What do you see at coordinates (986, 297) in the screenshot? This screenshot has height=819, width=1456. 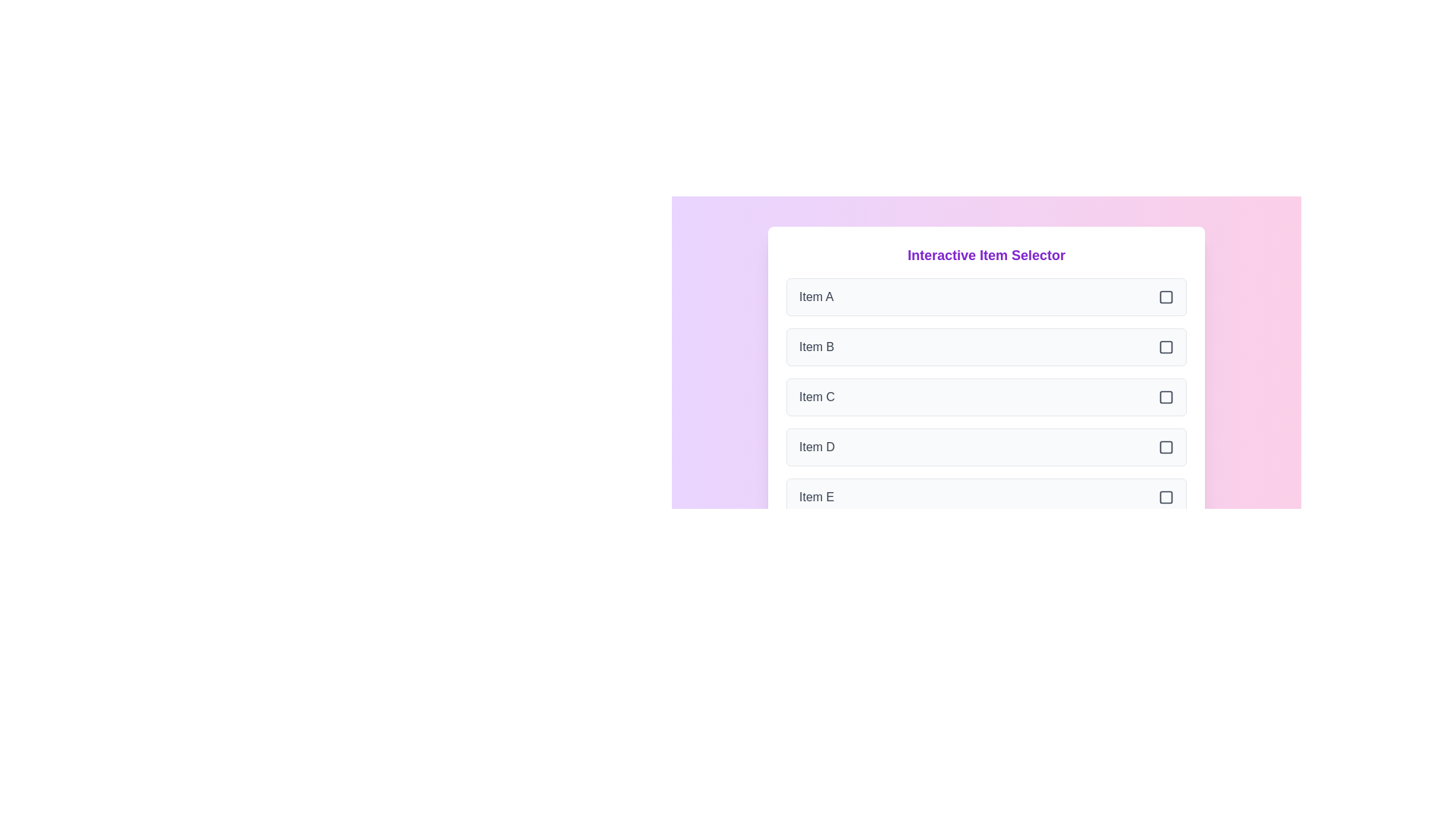 I see `the item Item A to observe its hover effect` at bounding box center [986, 297].